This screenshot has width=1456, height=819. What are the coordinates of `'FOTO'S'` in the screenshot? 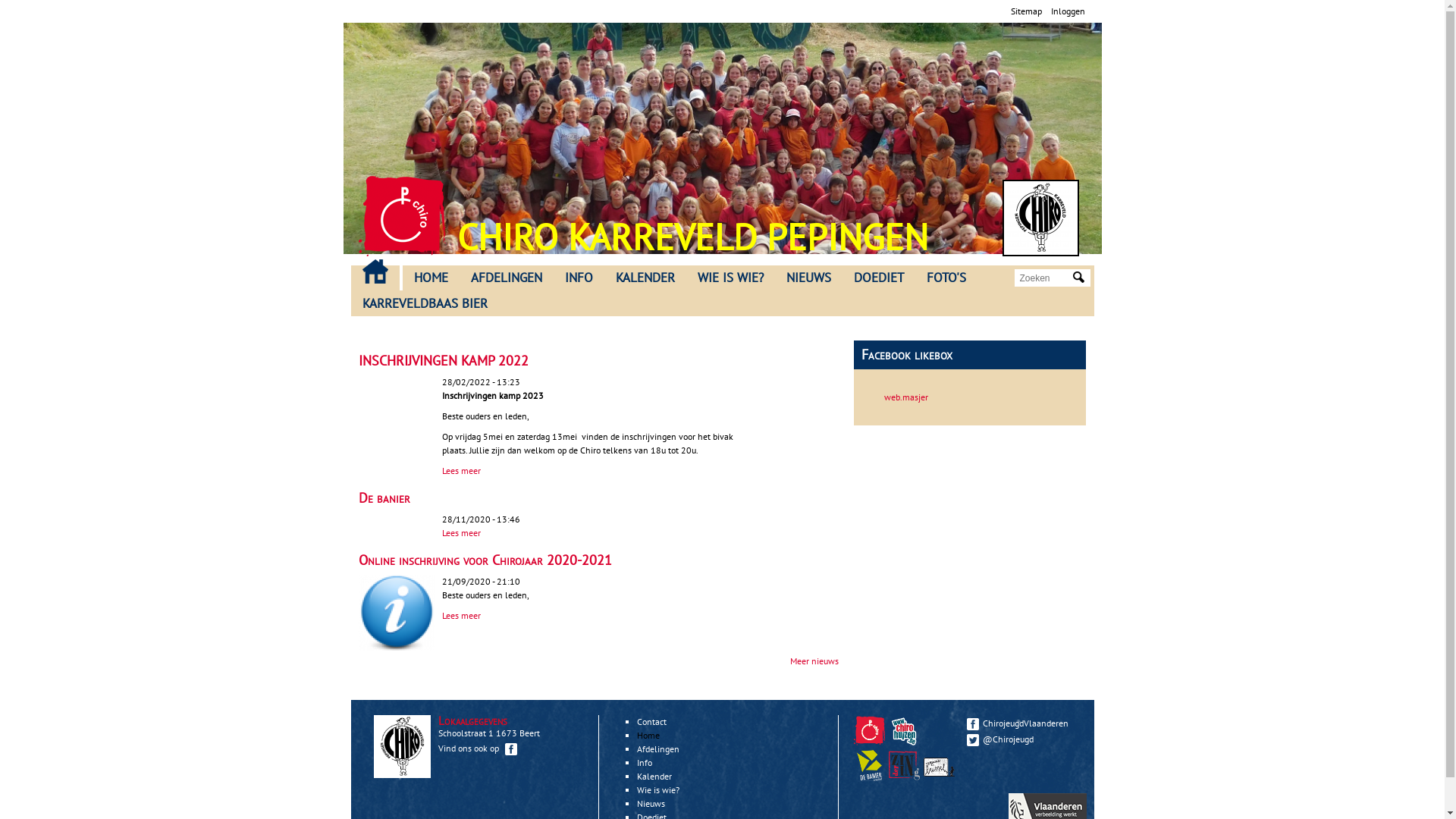 It's located at (945, 278).